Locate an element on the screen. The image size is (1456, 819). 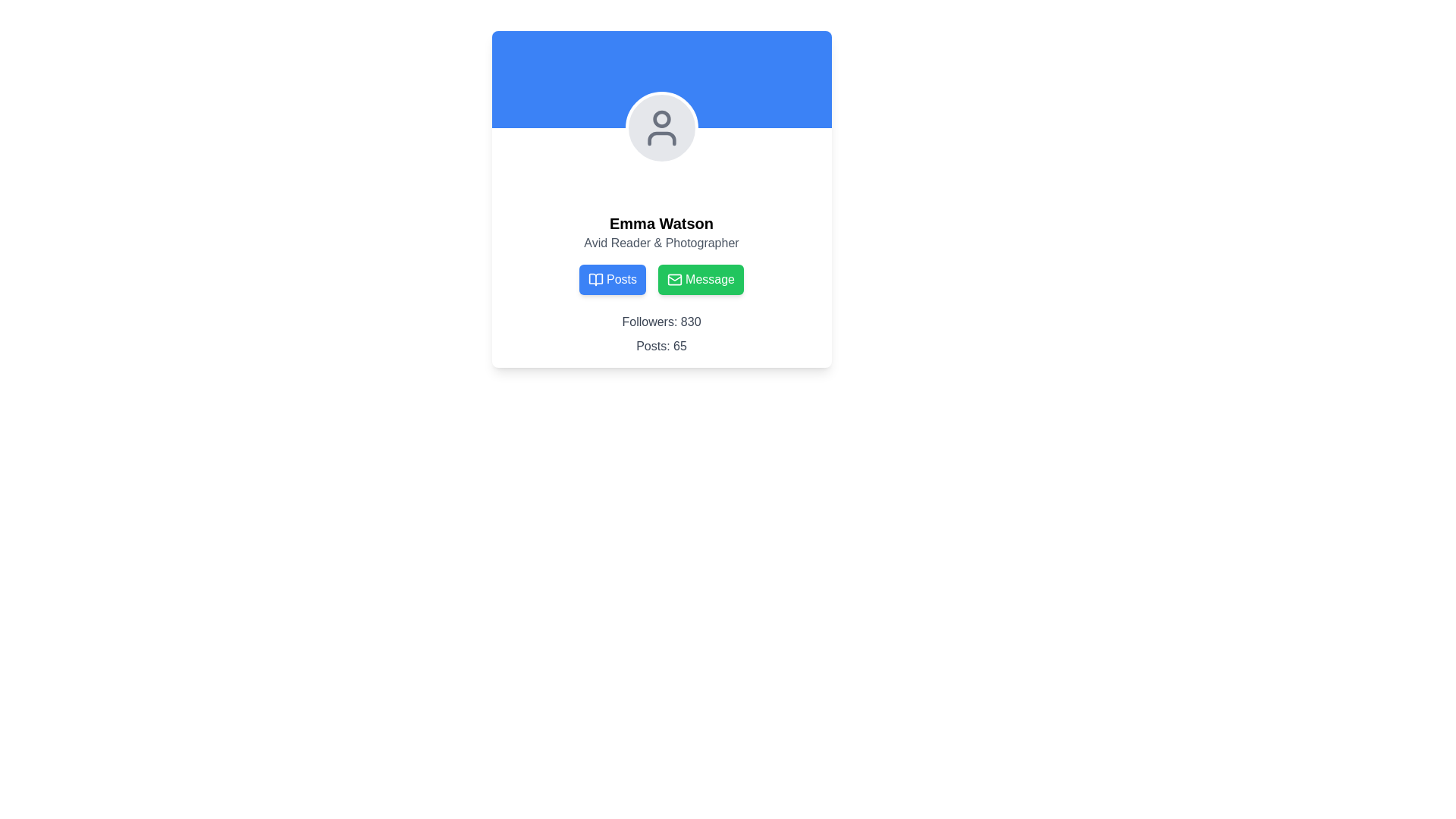
the 'Posts' button text using keyboard navigation is located at coordinates (622, 280).